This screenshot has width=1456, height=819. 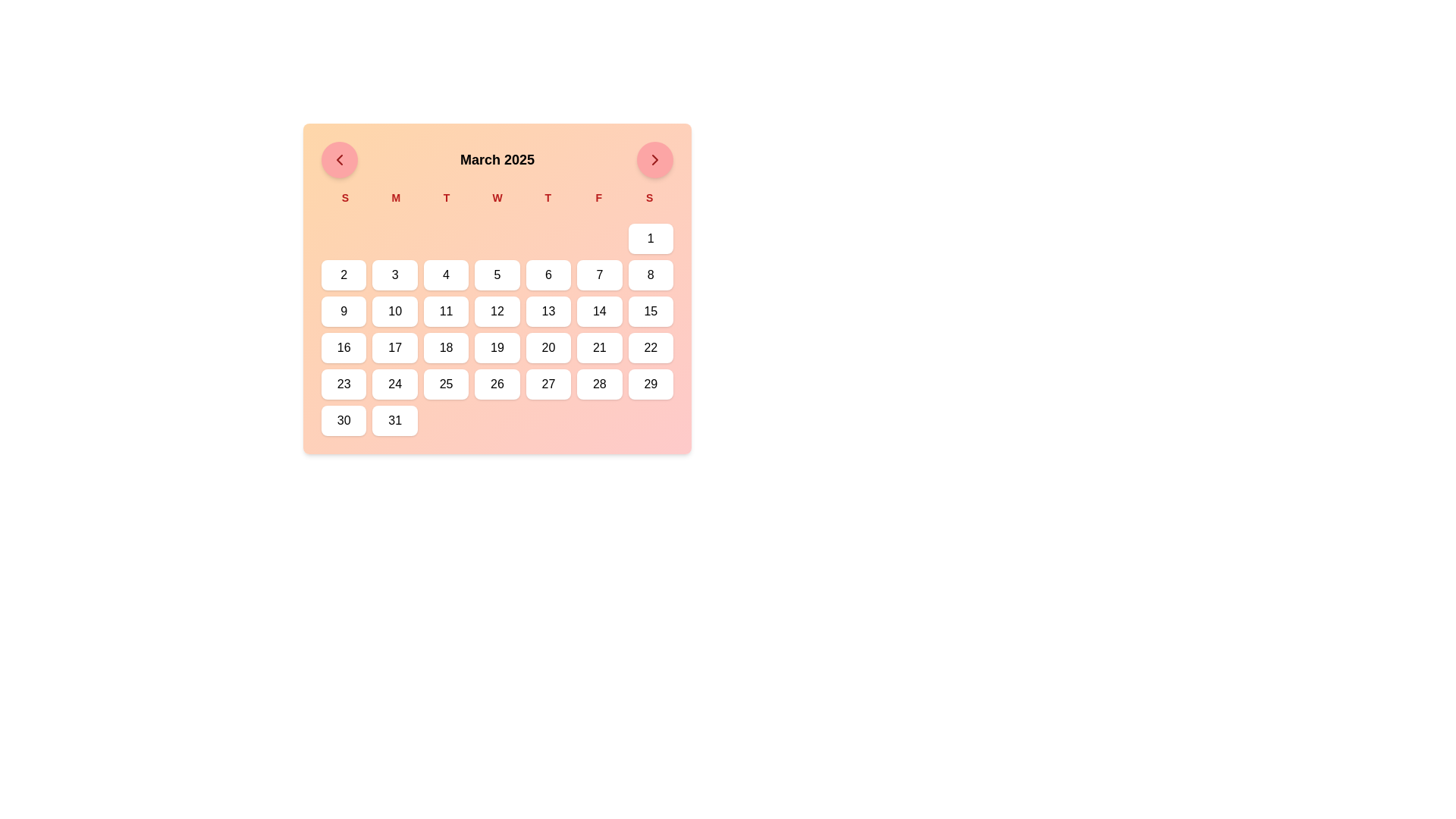 What do you see at coordinates (548, 311) in the screenshot?
I see `the button representing the 13th day of the month in the calendar interface, located in the fourth row and fifth column` at bounding box center [548, 311].